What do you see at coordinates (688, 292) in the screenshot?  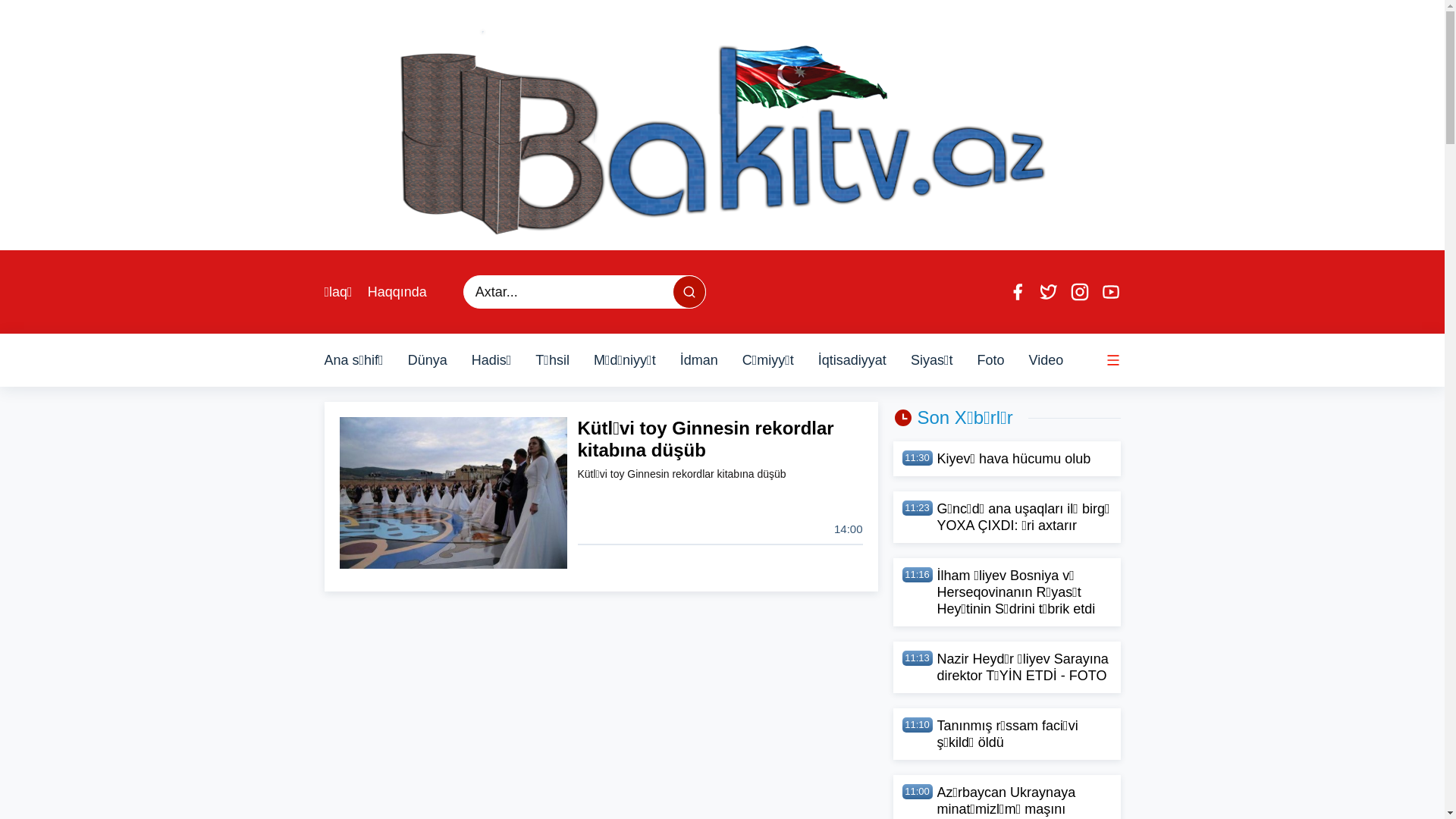 I see `'Axtar...'` at bounding box center [688, 292].